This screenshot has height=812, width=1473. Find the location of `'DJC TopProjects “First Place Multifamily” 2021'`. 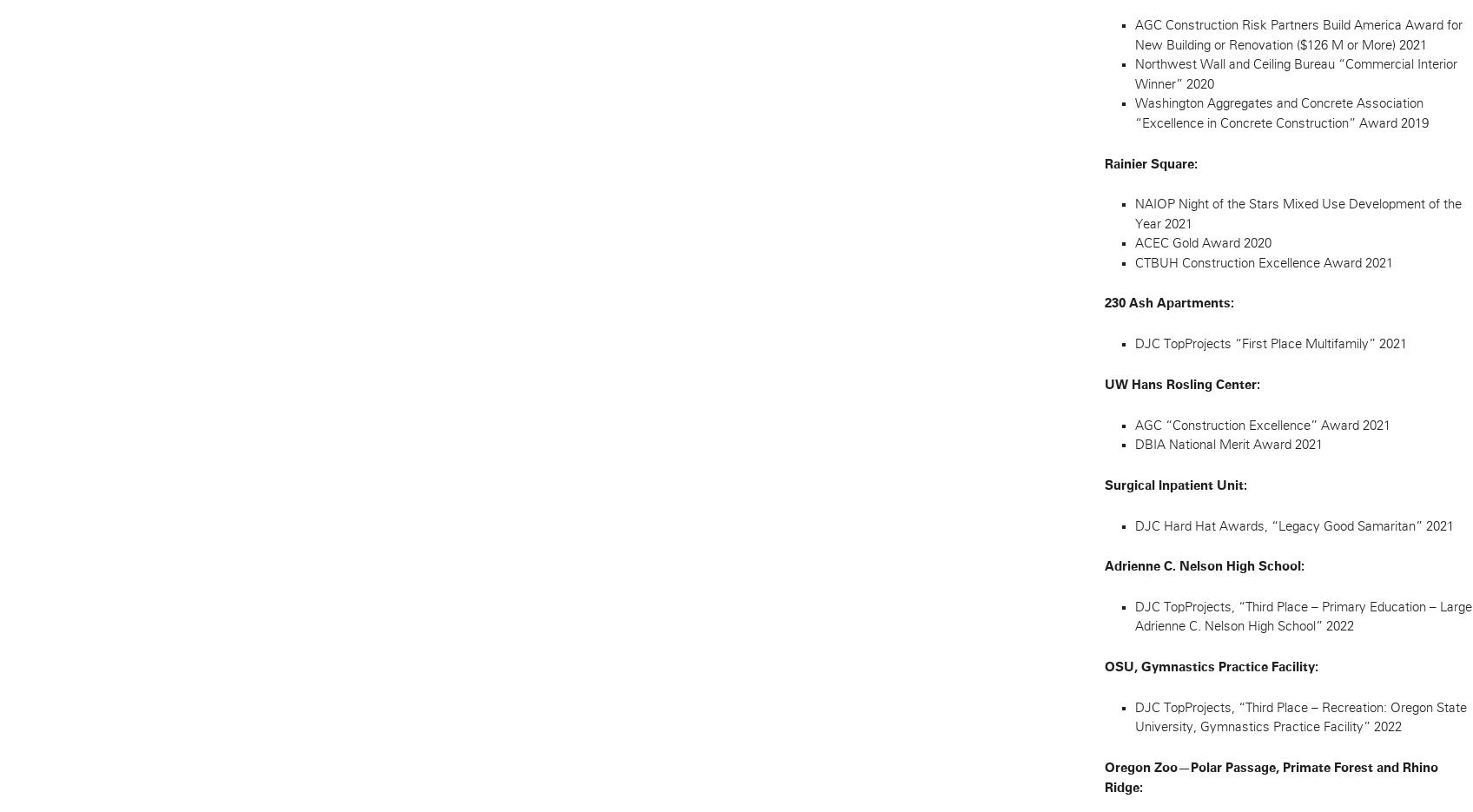

'DJC TopProjects “First Place Multifamily” 2021' is located at coordinates (1270, 344).